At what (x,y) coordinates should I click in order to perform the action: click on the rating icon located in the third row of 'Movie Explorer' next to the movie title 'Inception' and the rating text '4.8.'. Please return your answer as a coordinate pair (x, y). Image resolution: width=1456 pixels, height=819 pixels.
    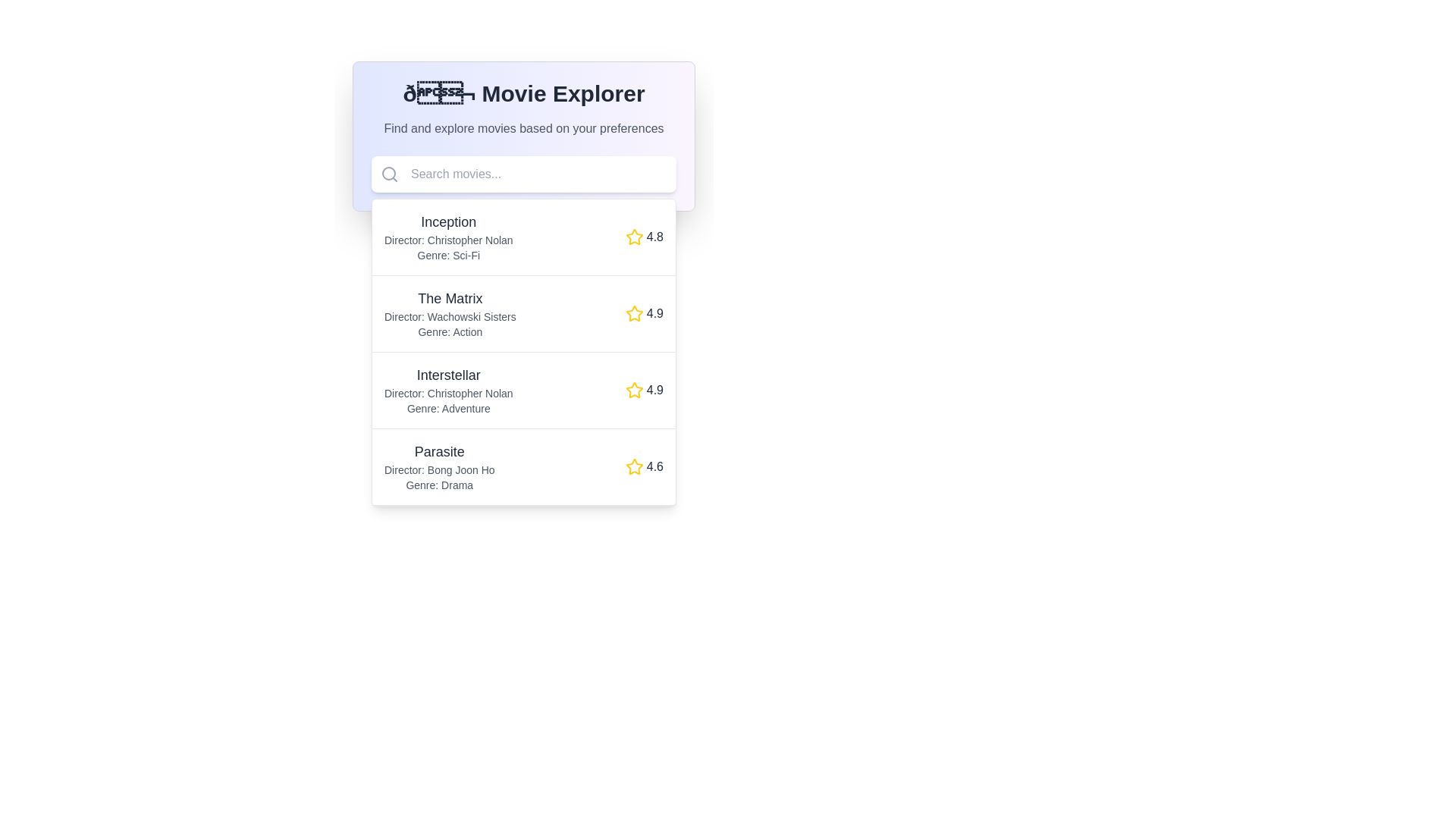
    Looking at the image, I should click on (634, 237).